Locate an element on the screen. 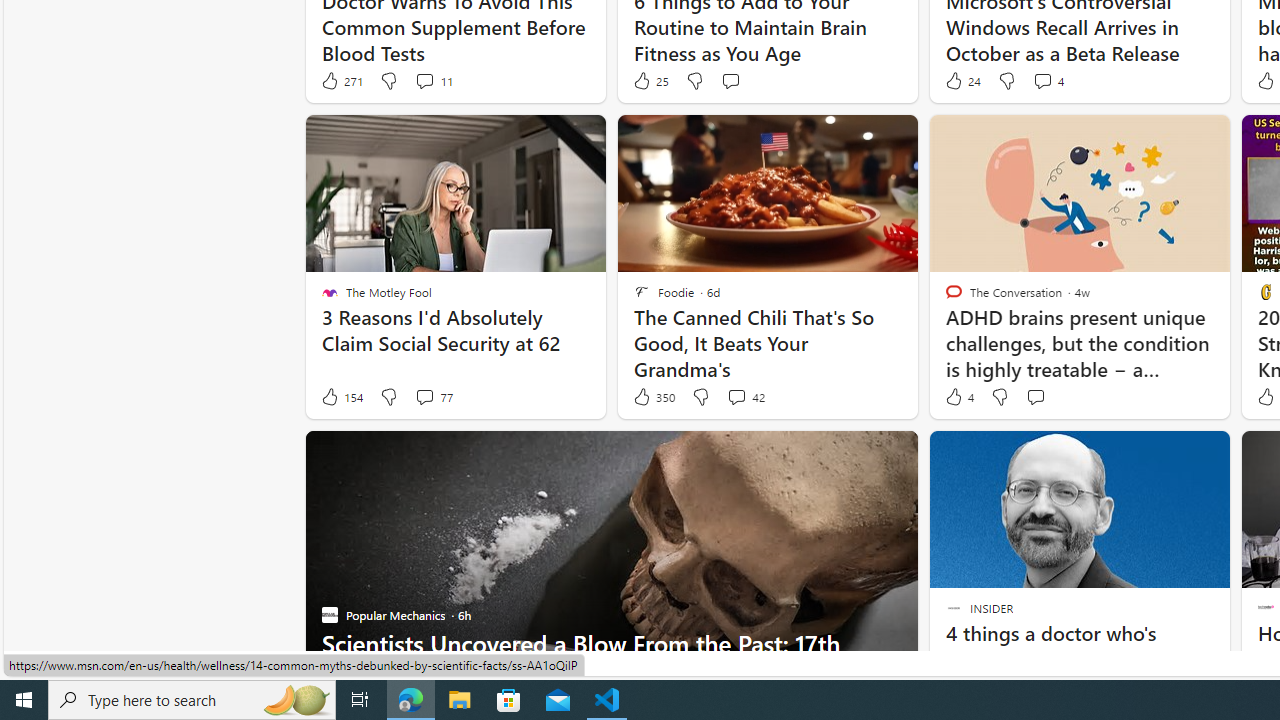 The image size is (1280, 720). 'View comments 4 Comment' is located at coordinates (1047, 80).